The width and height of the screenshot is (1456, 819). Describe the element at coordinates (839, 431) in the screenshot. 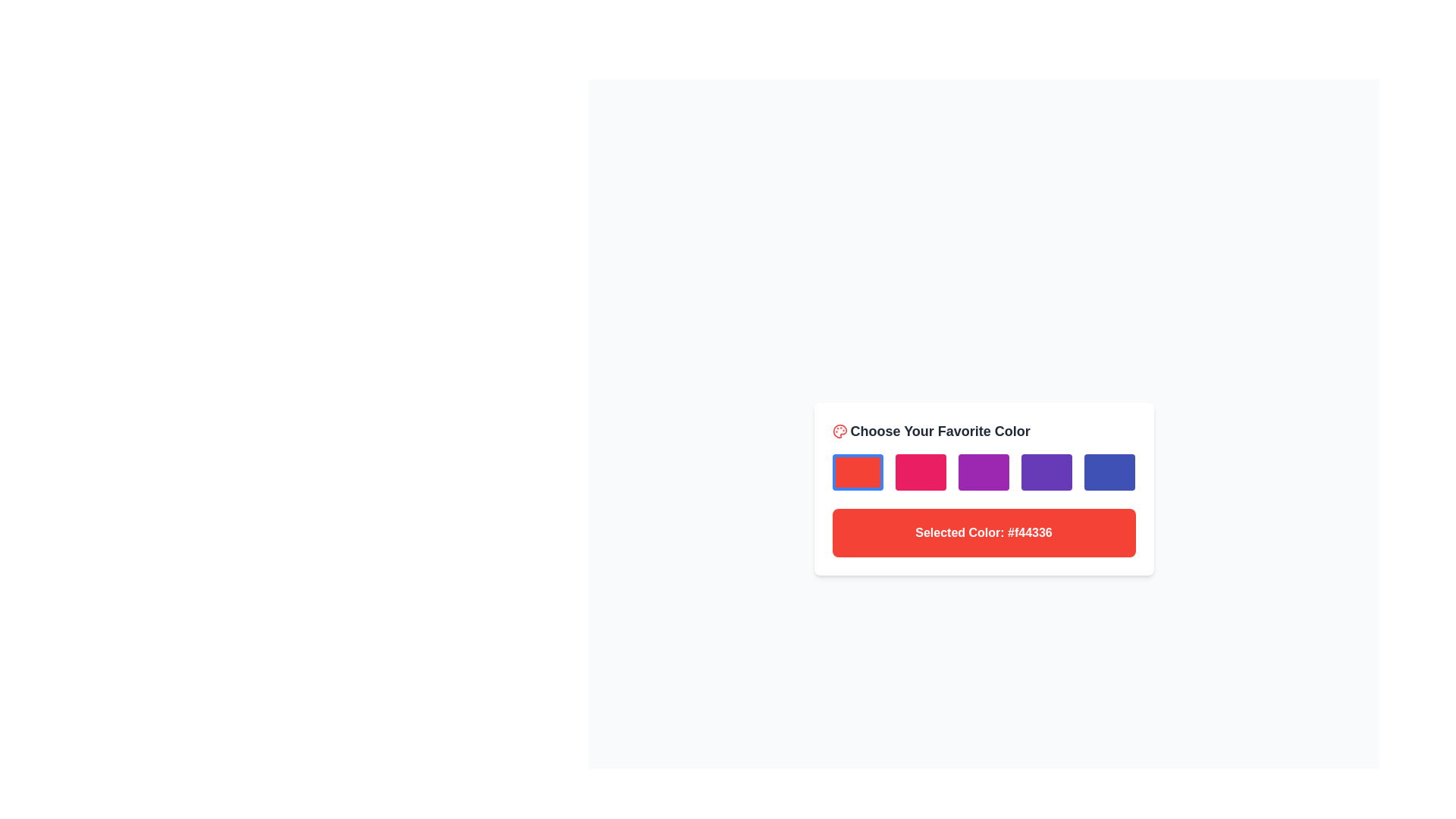

I see `the decorative icon on the leftmost side of the heading 'Choose Your Favorite Color'` at that location.